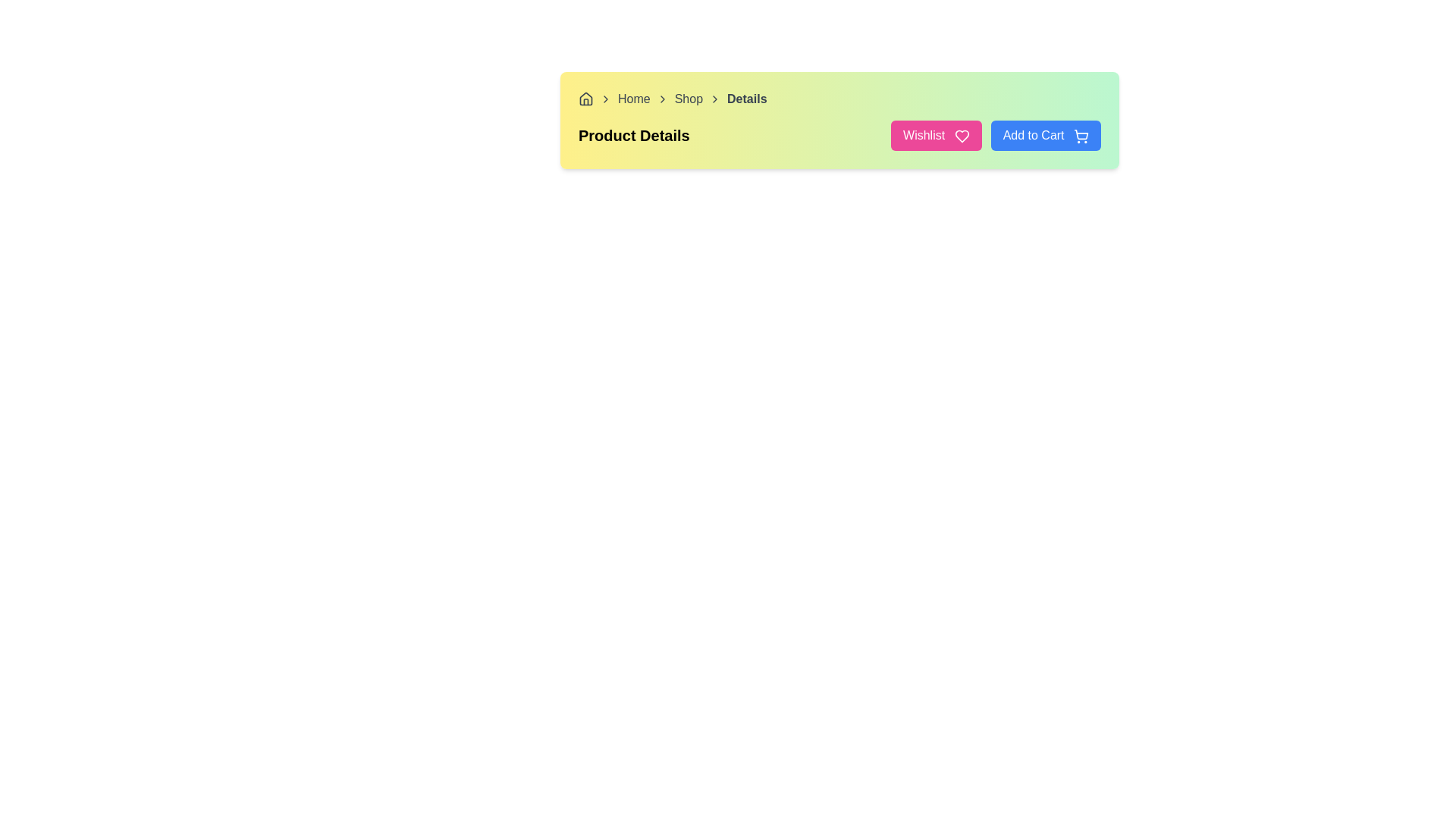 Image resolution: width=1456 pixels, height=819 pixels. What do you see at coordinates (585, 99) in the screenshot?
I see `the house icon in the breadcrumb navigation` at bounding box center [585, 99].